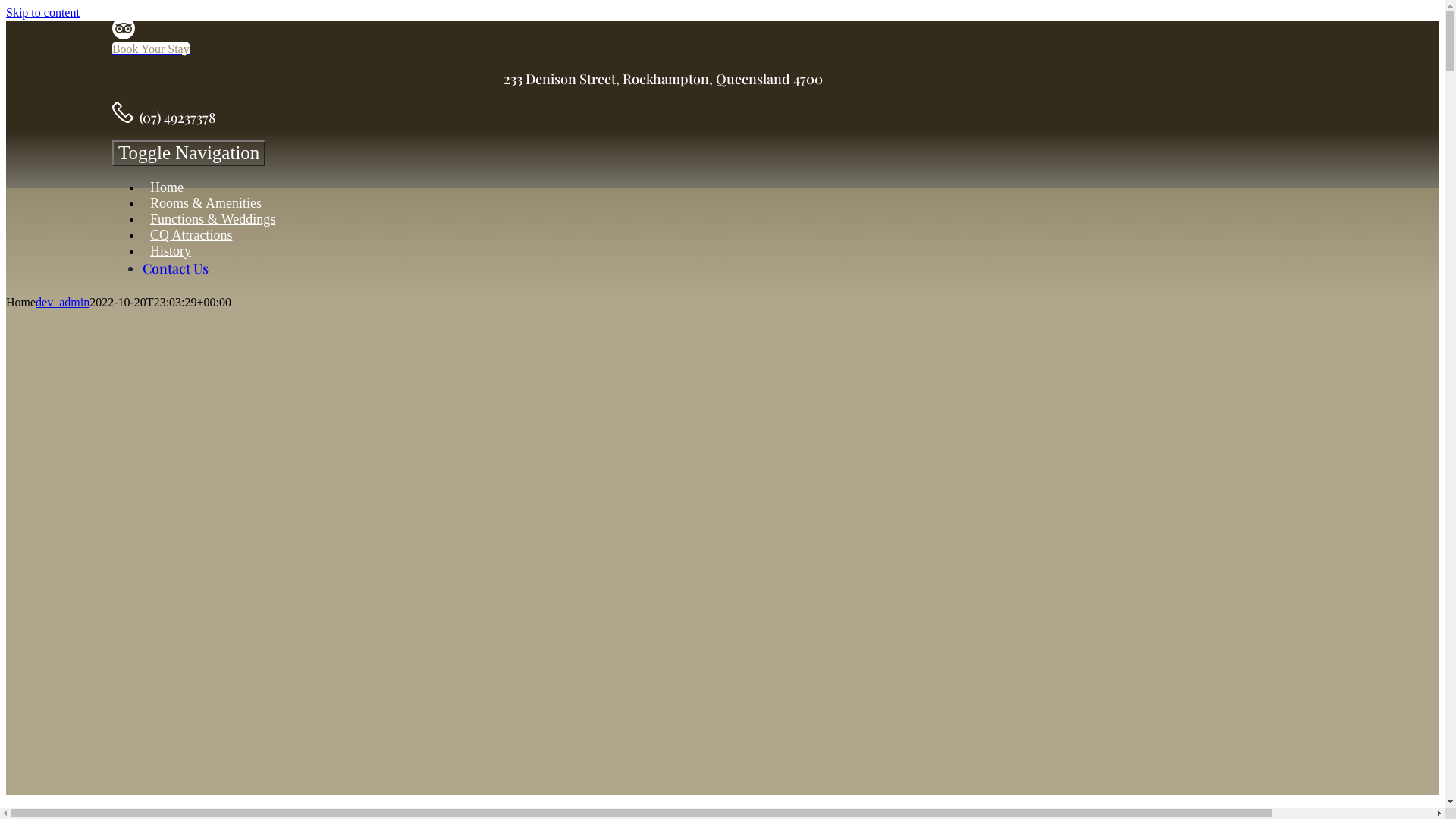 The height and width of the screenshot is (819, 1456). I want to click on 'Toggle Navigation', so click(188, 152).